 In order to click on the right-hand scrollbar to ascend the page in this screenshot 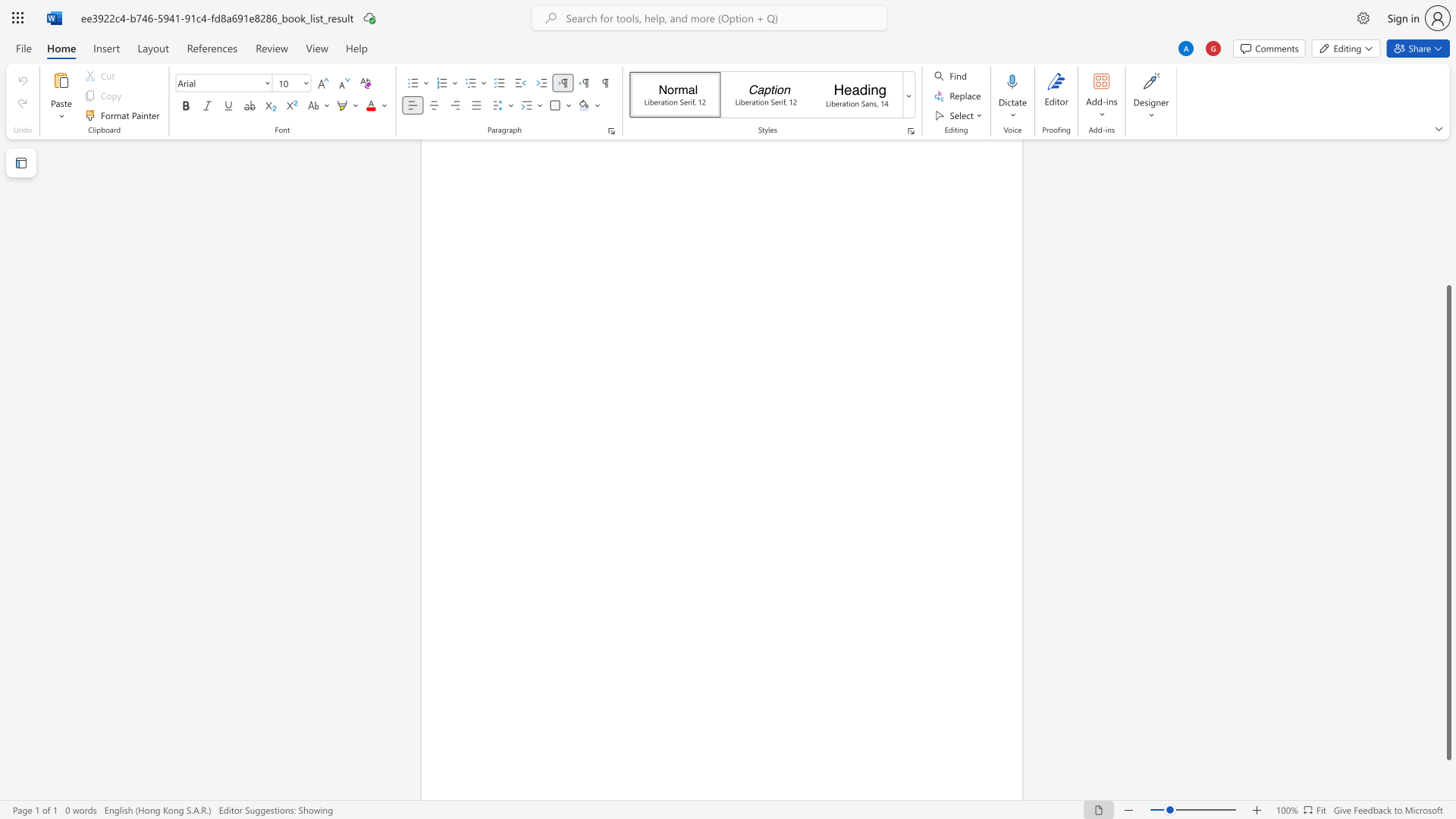, I will do `click(1448, 212)`.